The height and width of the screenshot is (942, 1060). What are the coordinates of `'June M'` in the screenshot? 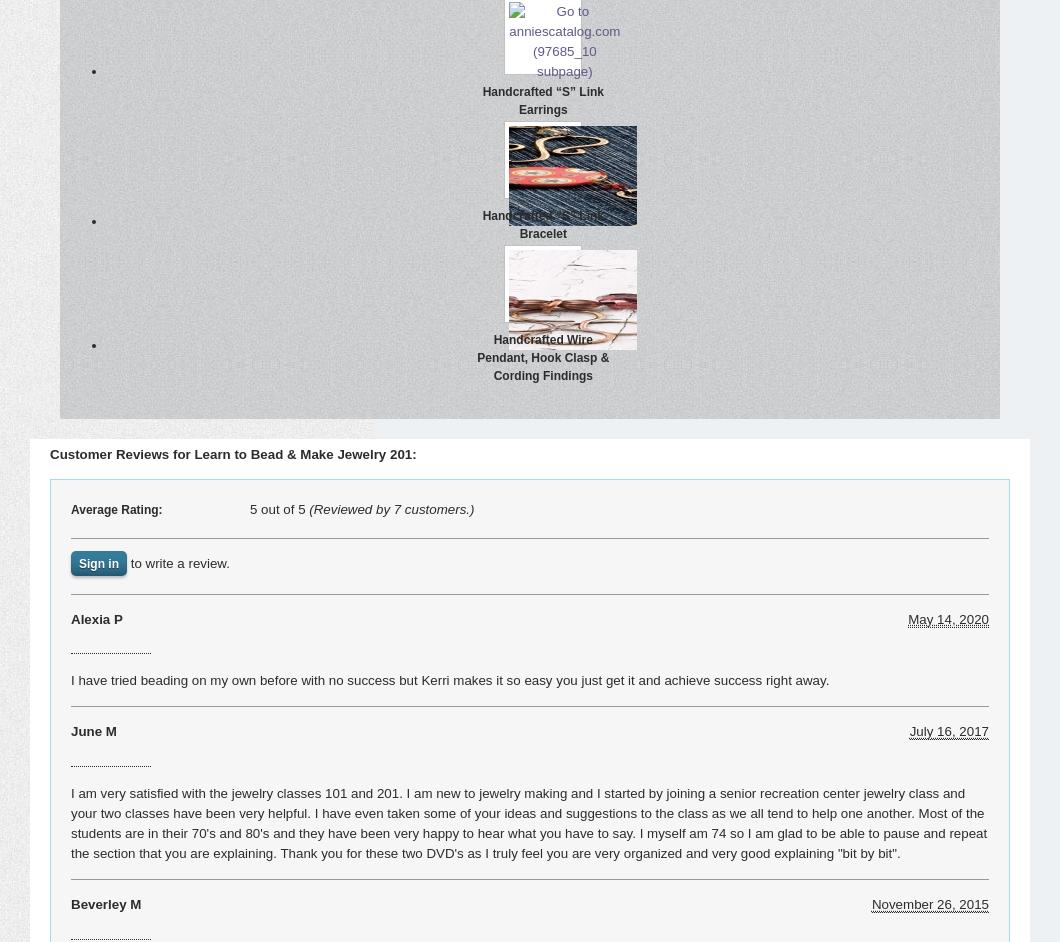 It's located at (93, 730).